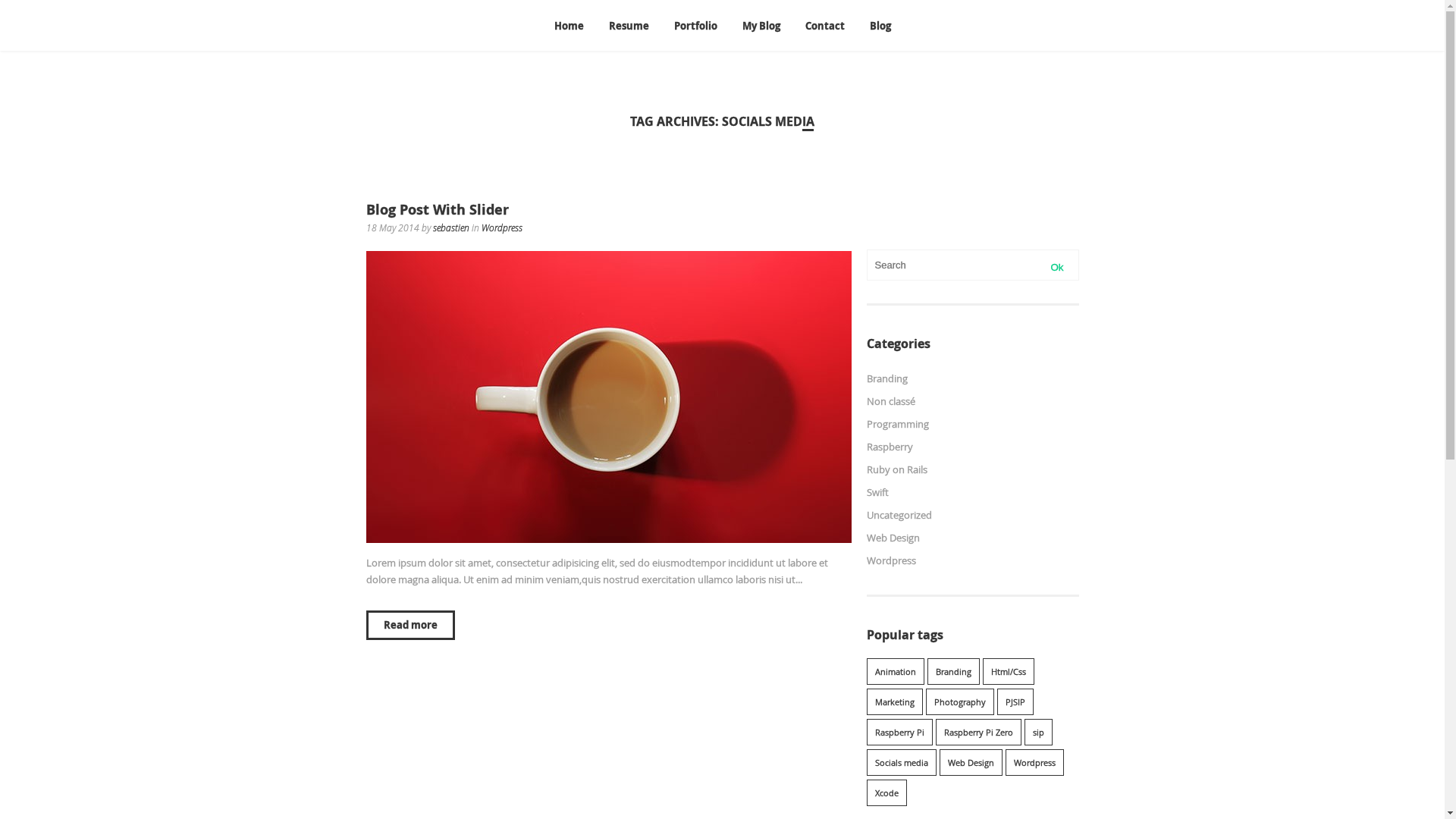  What do you see at coordinates (889, 446) in the screenshot?
I see `'Raspberry'` at bounding box center [889, 446].